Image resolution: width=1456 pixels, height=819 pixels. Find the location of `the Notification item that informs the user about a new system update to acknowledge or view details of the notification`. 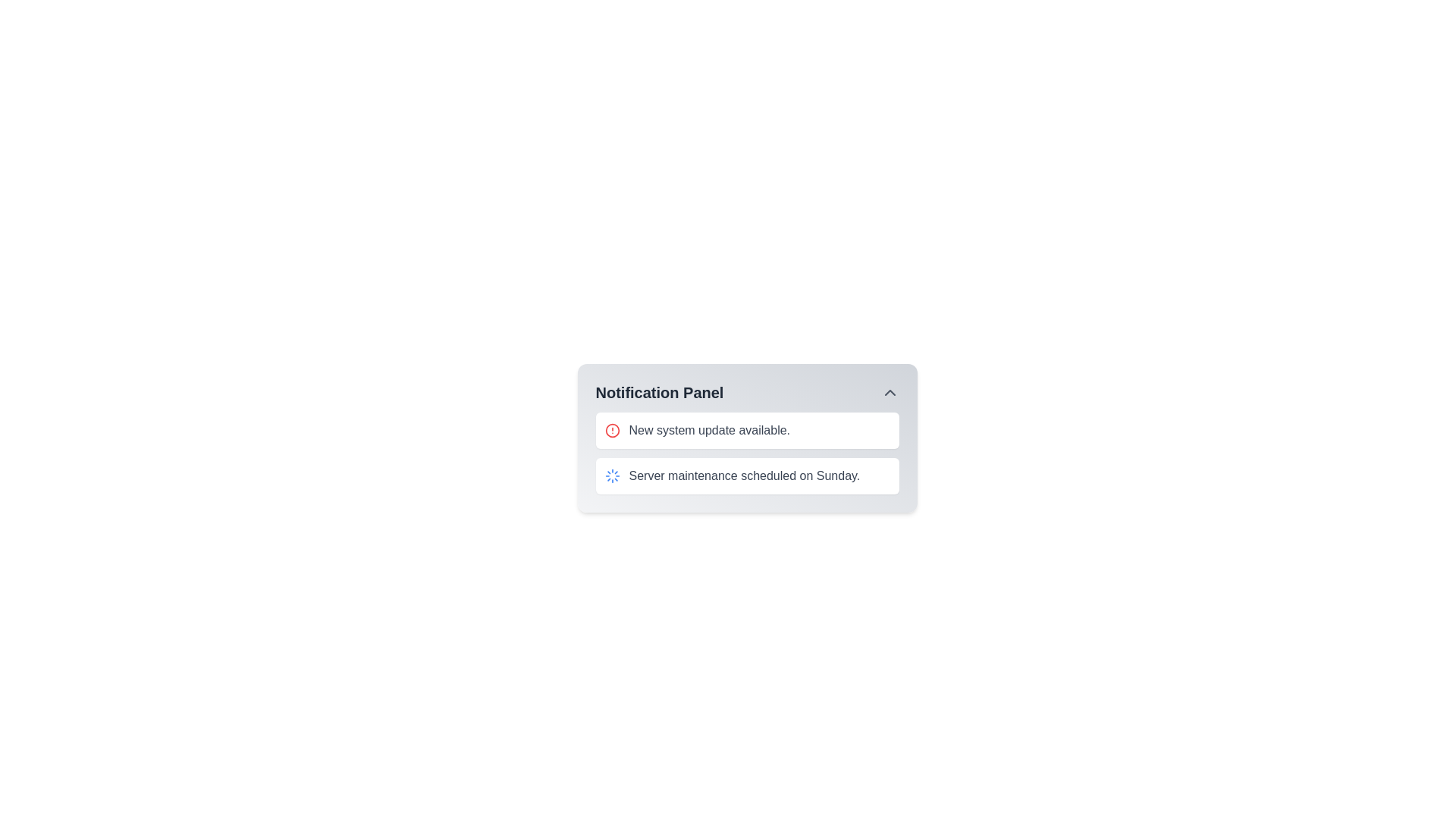

the Notification item that informs the user about a new system update to acknowledge or view details of the notification is located at coordinates (747, 430).